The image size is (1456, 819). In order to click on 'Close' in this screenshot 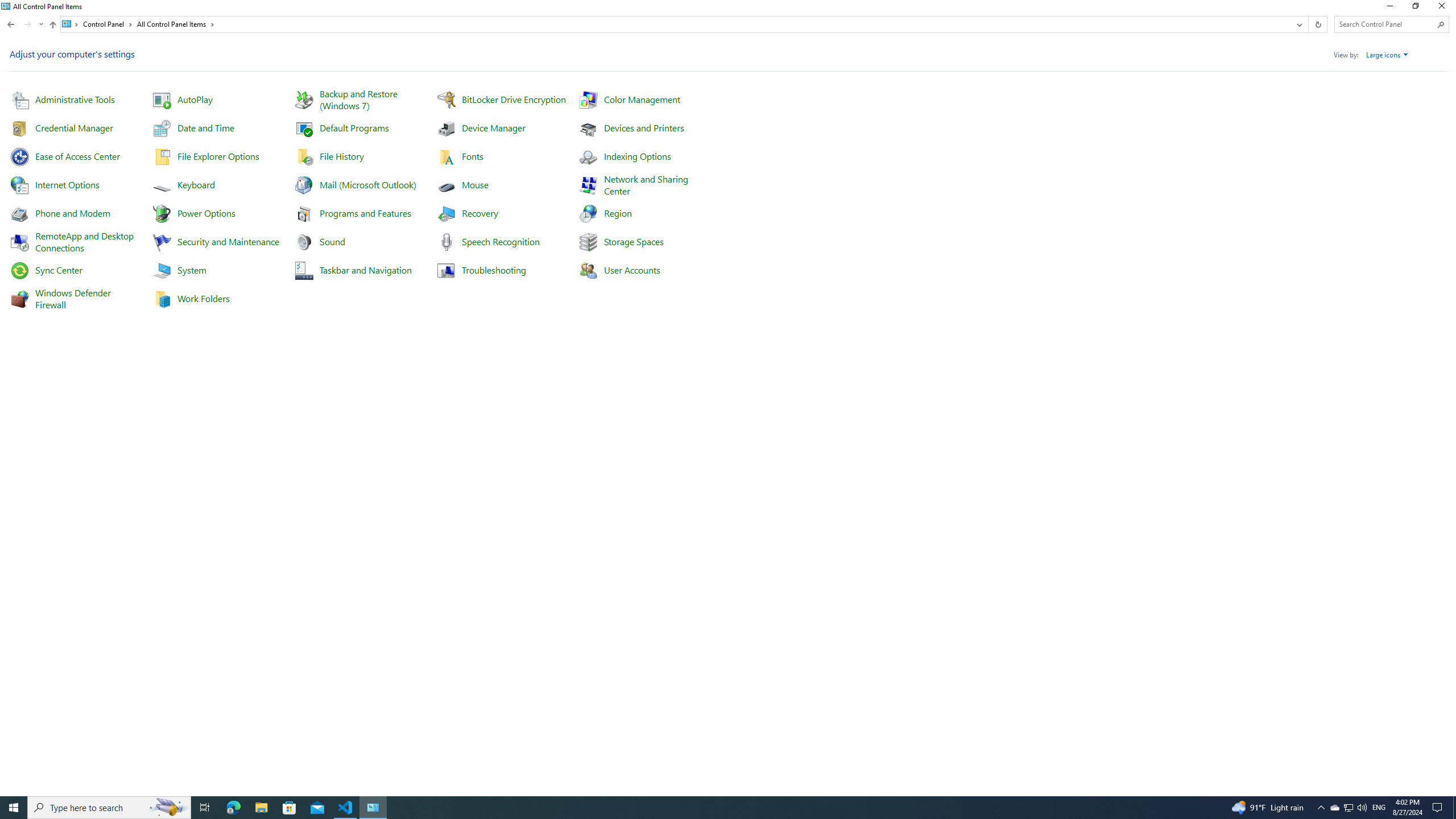, I will do `click(1444, 9)`.